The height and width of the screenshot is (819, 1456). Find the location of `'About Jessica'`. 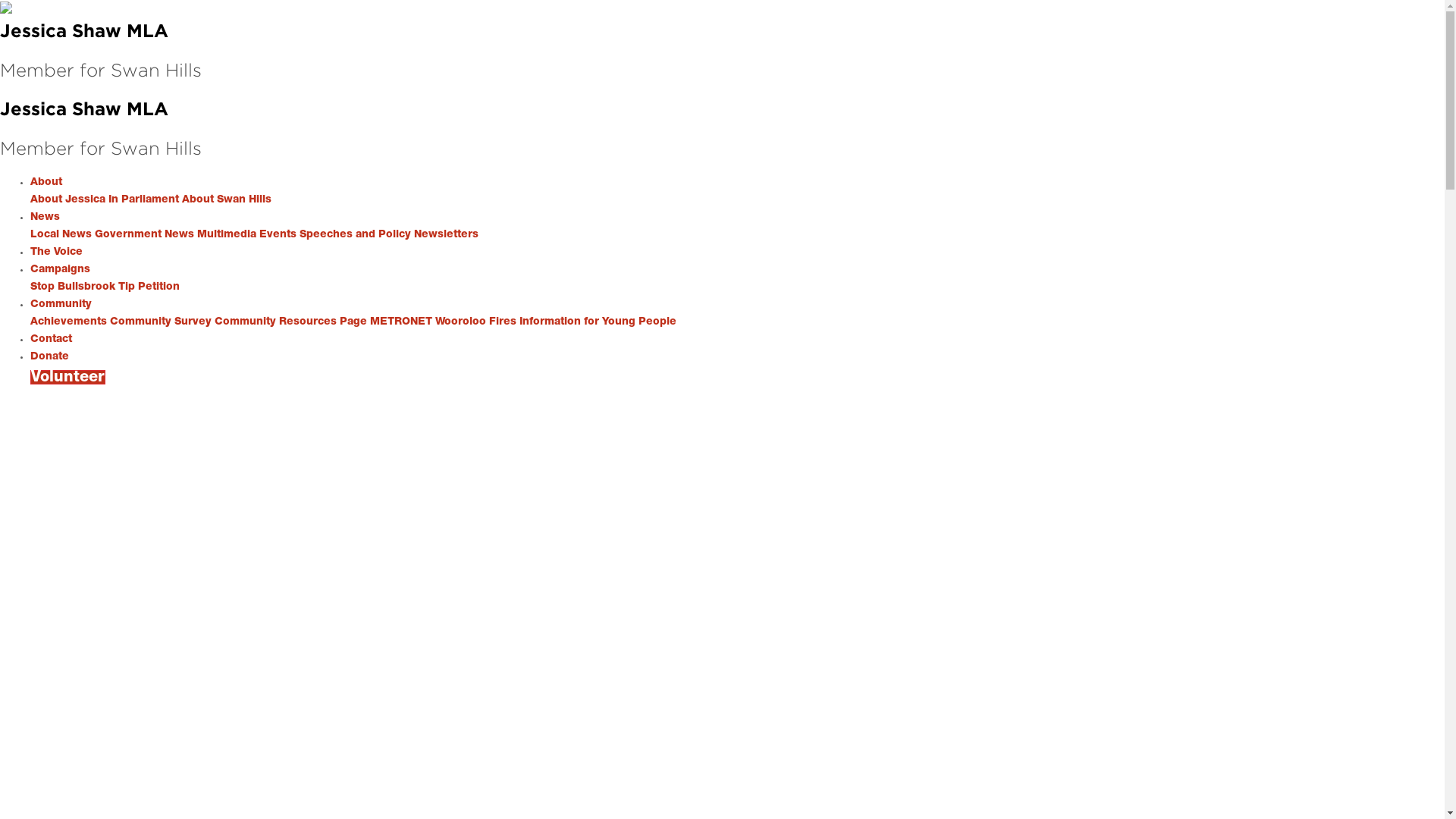

'About Jessica' is located at coordinates (67, 198).